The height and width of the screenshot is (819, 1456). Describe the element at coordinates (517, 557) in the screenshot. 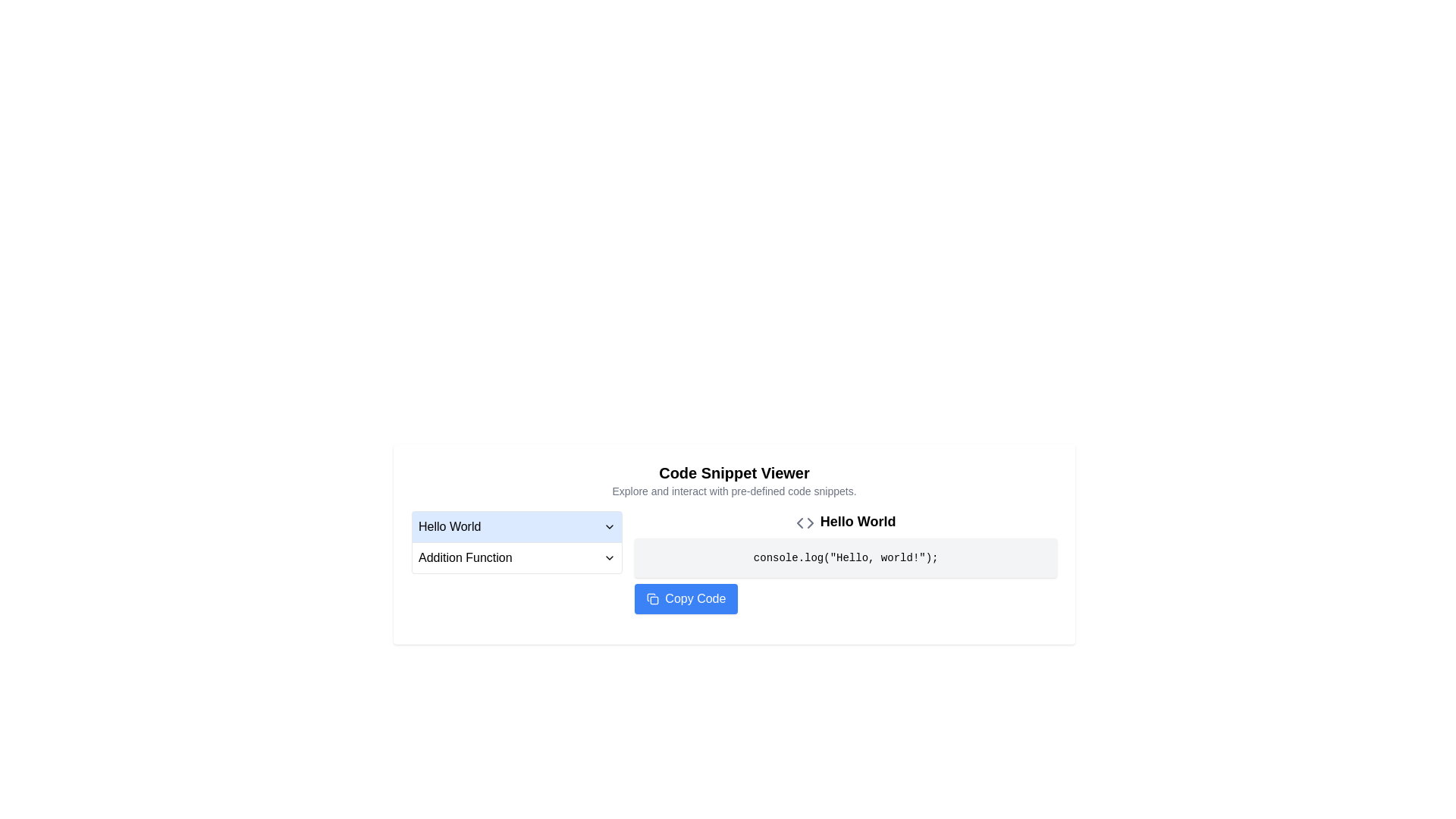

I see `the second dropdown item located below 'Hello World'` at that location.